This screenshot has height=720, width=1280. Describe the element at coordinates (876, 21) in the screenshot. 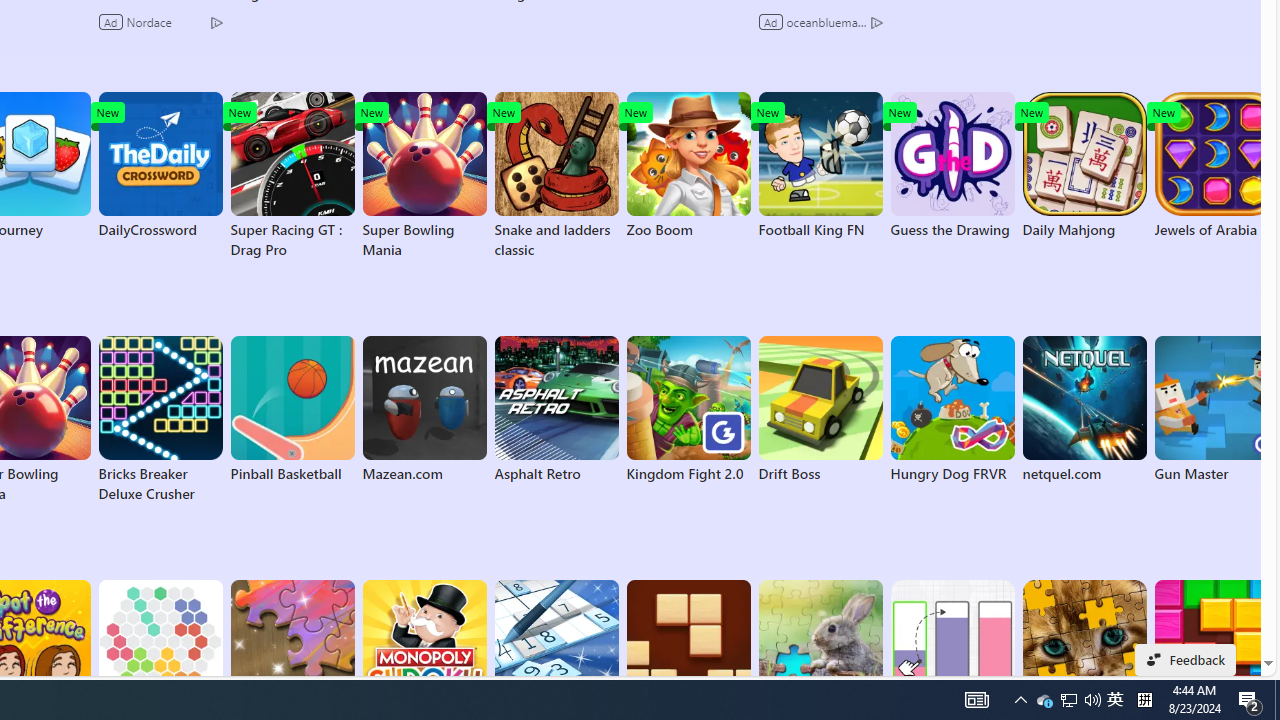

I see `'Class: ad-choice  ad-choice-mono '` at that location.